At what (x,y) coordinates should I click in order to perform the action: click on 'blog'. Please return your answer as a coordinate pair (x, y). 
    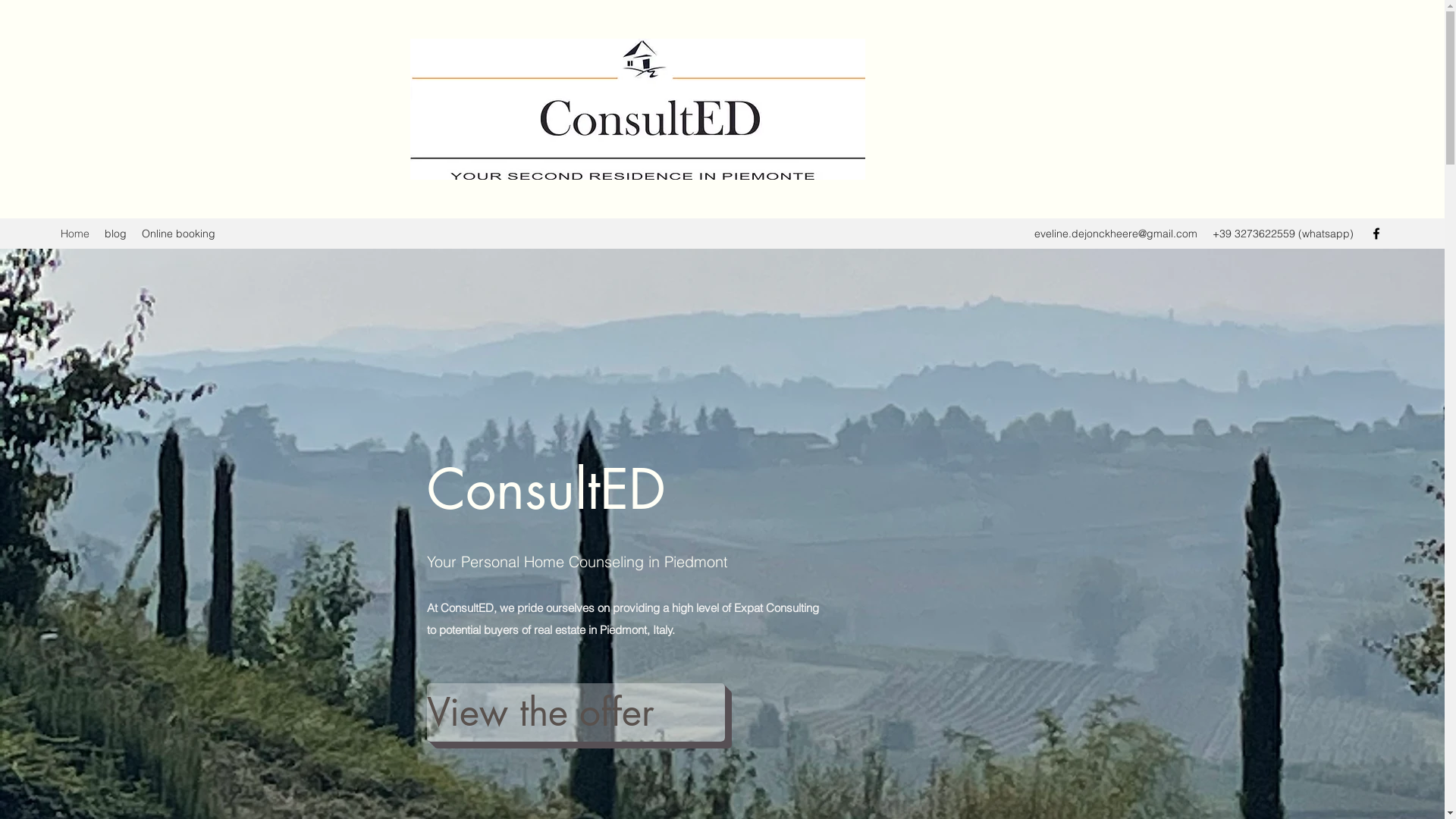
    Looking at the image, I should click on (96, 234).